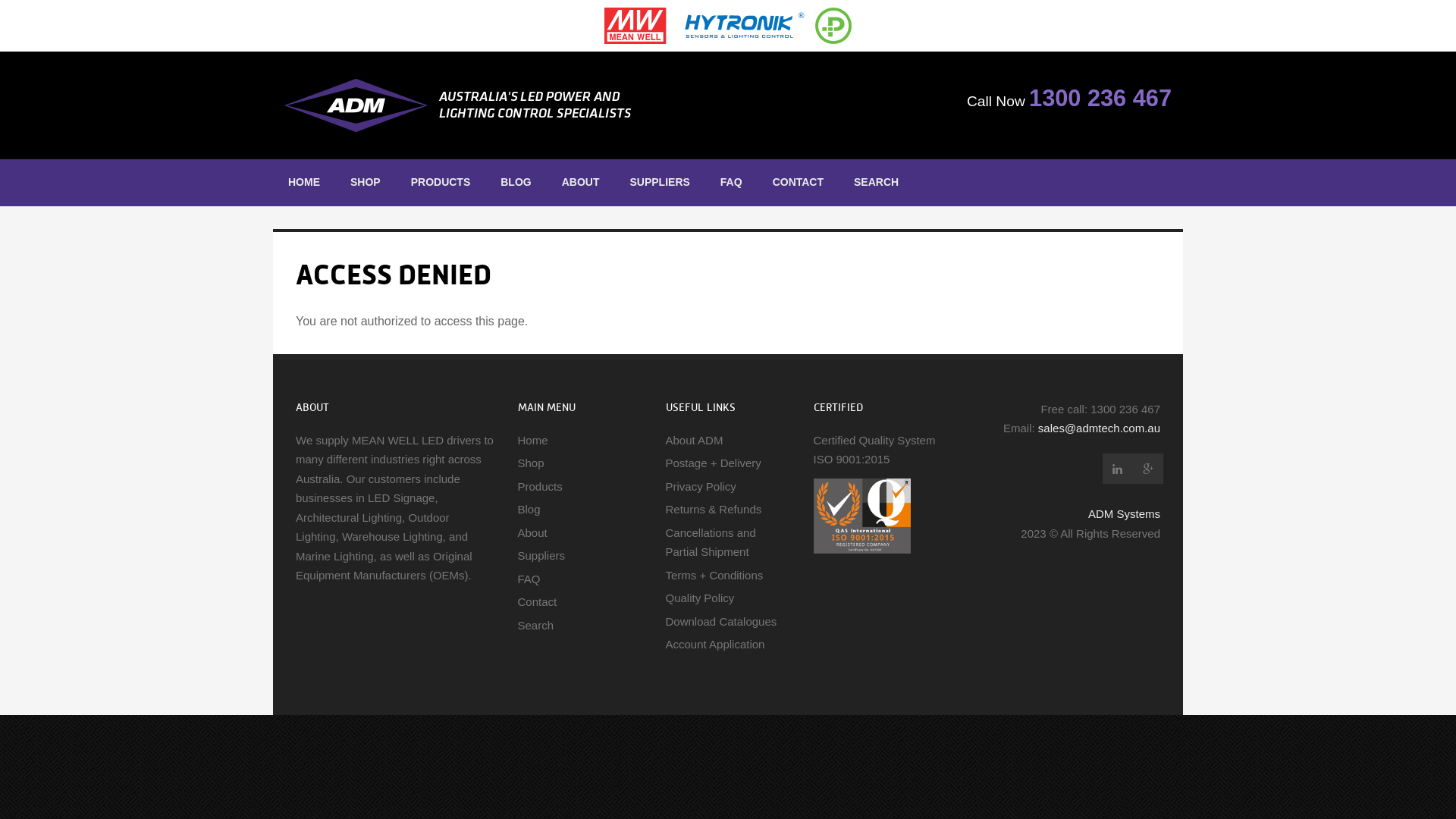 The height and width of the screenshot is (819, 1456). What do you see at coordinates (580, 181) in the screenshot?
I see `'ABOUT'` at bounding box center [580, 181].